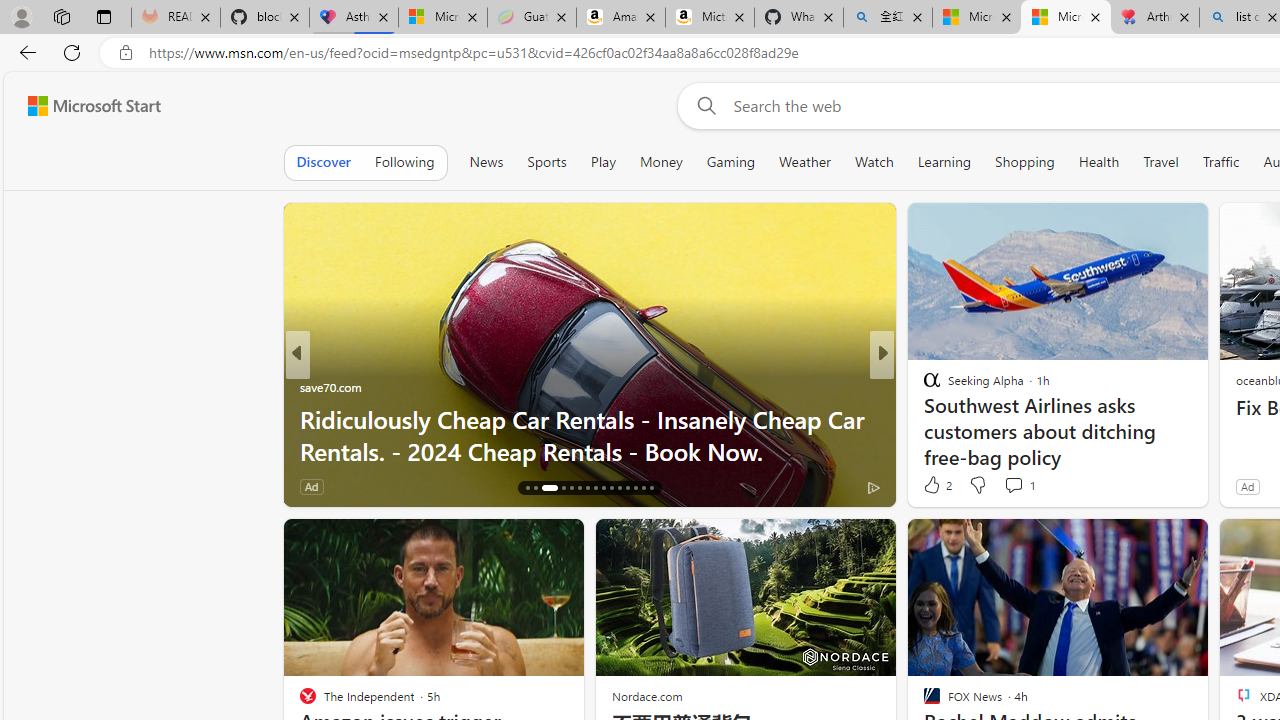 This screenshot has width=1280, height=720. What do you see at coordinates (543, 488) in the screenshot?
I see `'AutomationID: tab-18'` at bounding box center [543, 488].